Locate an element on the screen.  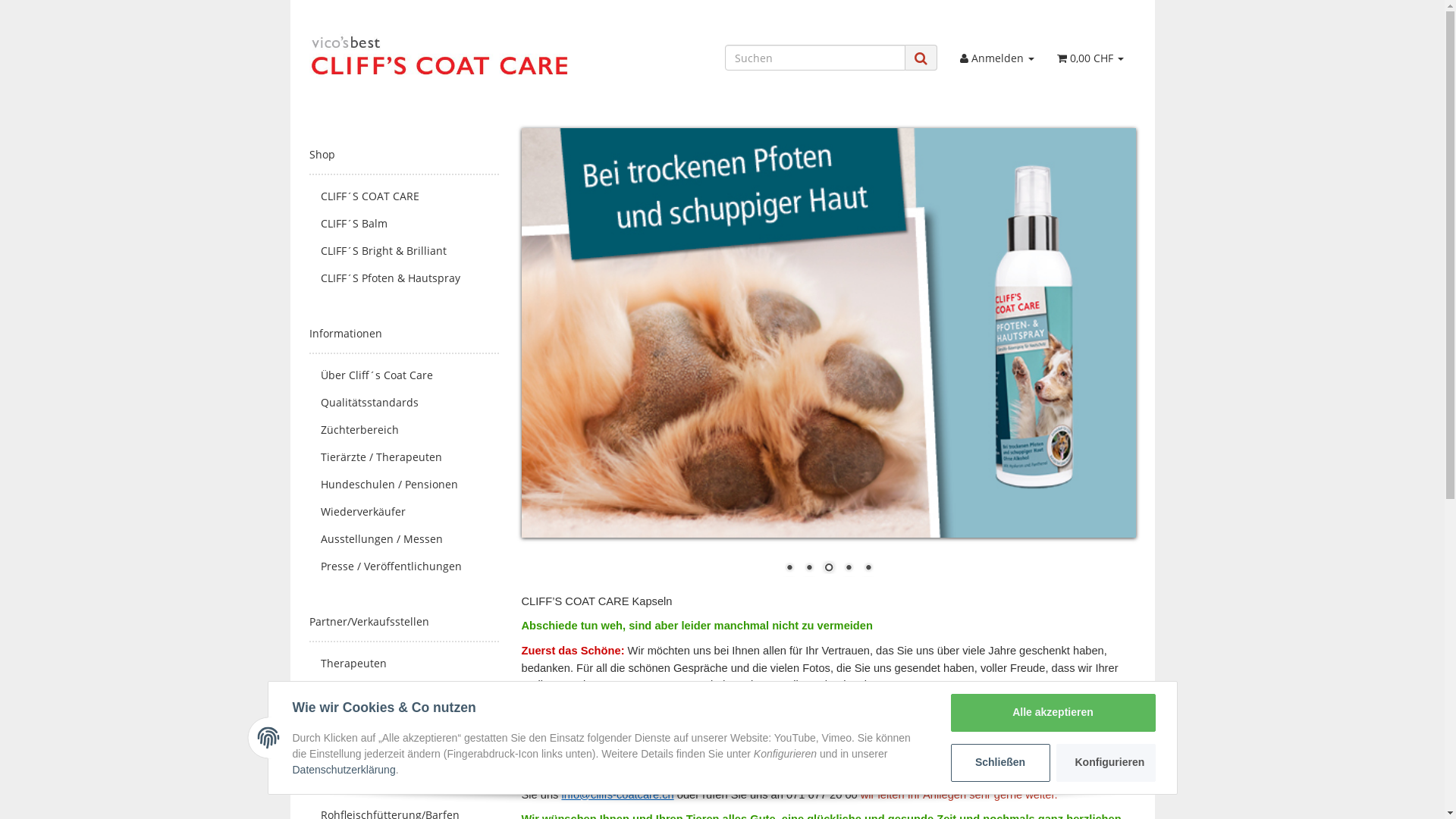
'5' is located at coordinates (868, 568).